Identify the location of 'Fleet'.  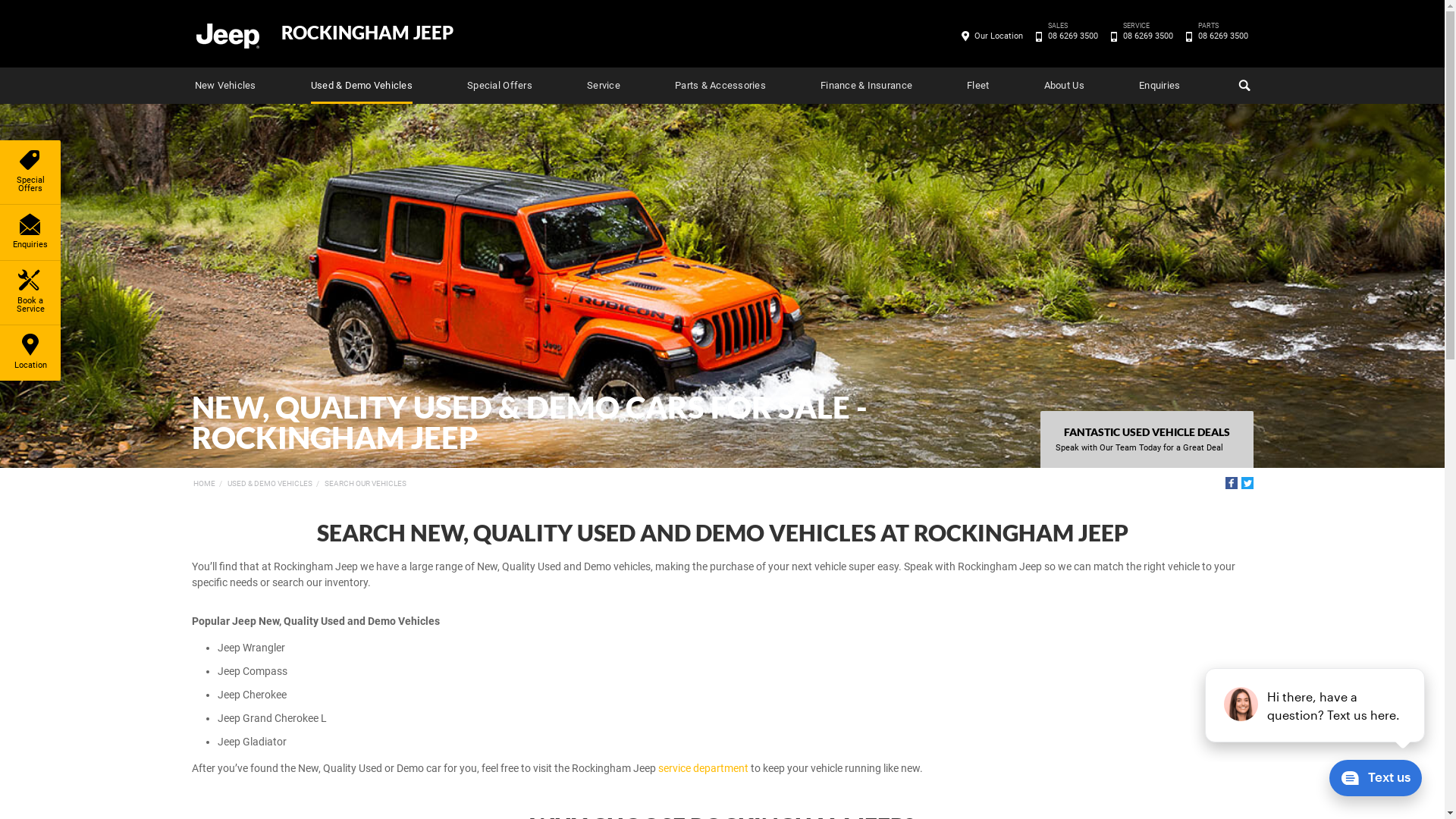
(977, 85).